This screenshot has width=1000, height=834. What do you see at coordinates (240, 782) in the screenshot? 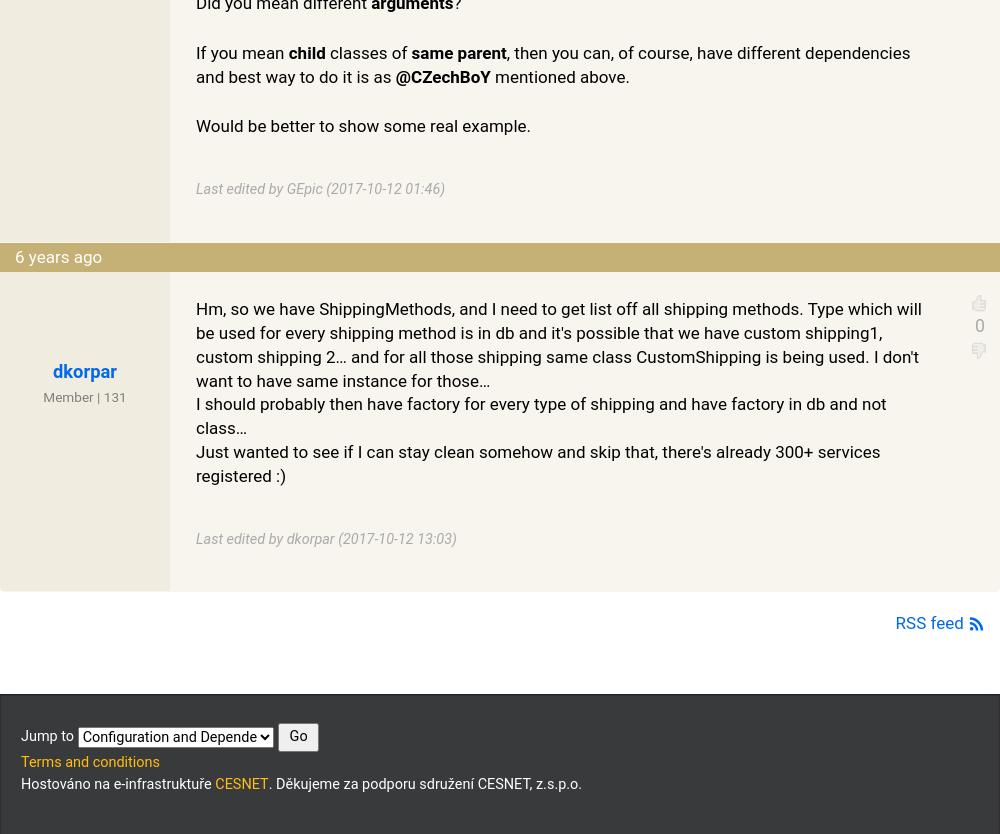
I see `'CESNET'` at bounding box center [240, 782].